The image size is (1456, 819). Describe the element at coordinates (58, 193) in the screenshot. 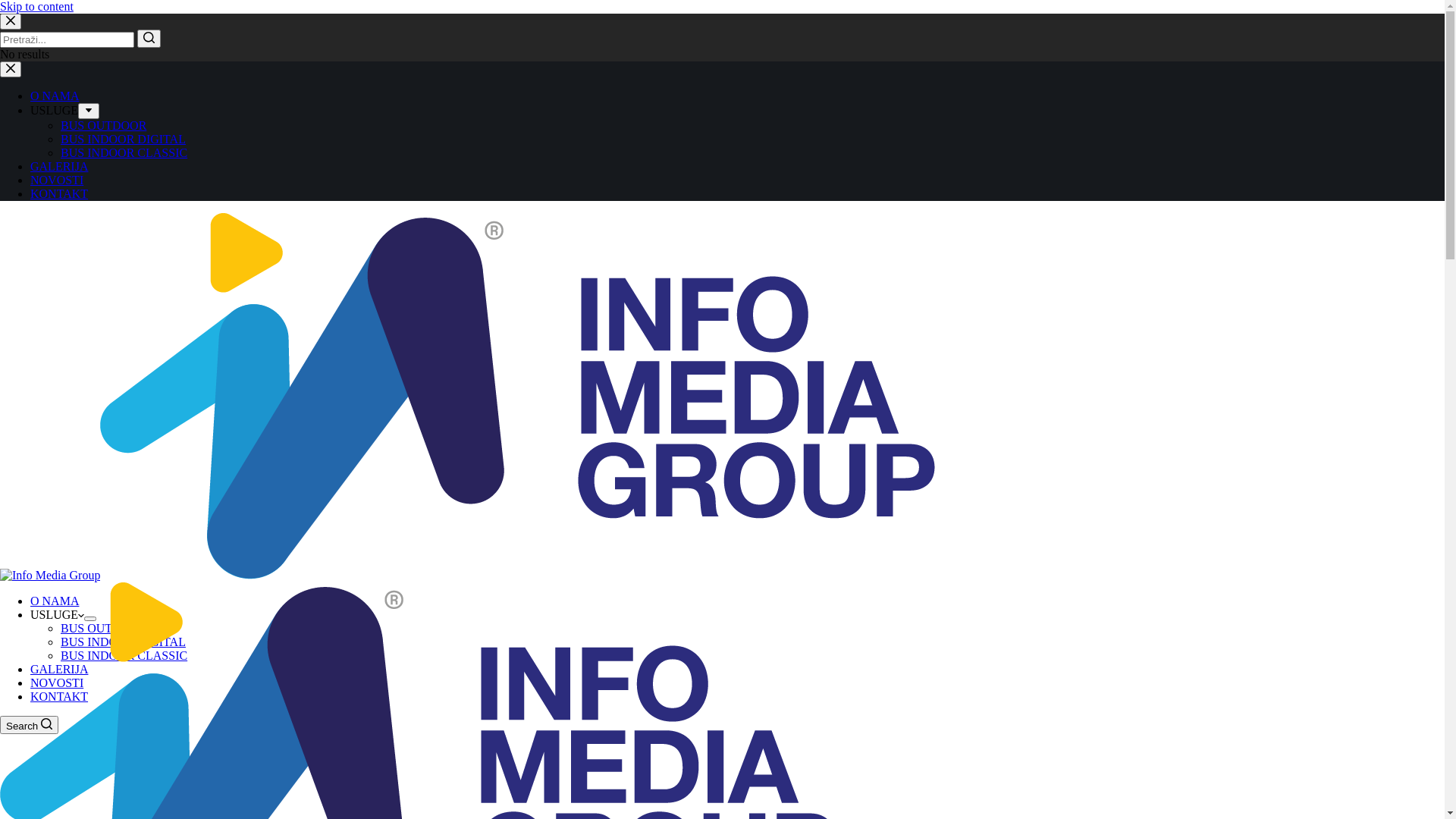

I see `'KONTAKT'` at that location.